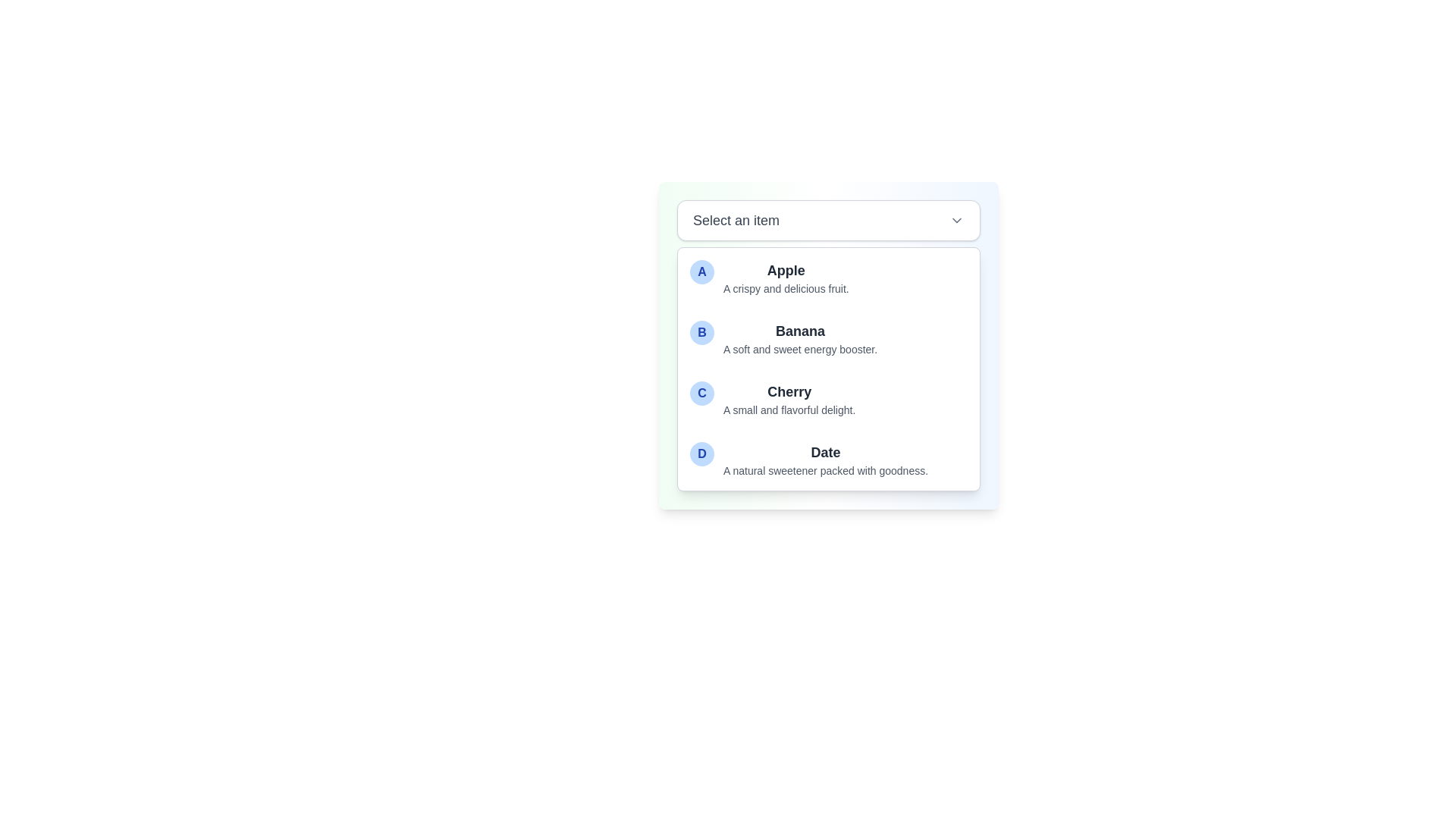  Describe the element at coordinates (786, 278) in the screenshot. I see `the list item describing 'Apple', which includes a bold heading and smaller descriptive text` at that location.